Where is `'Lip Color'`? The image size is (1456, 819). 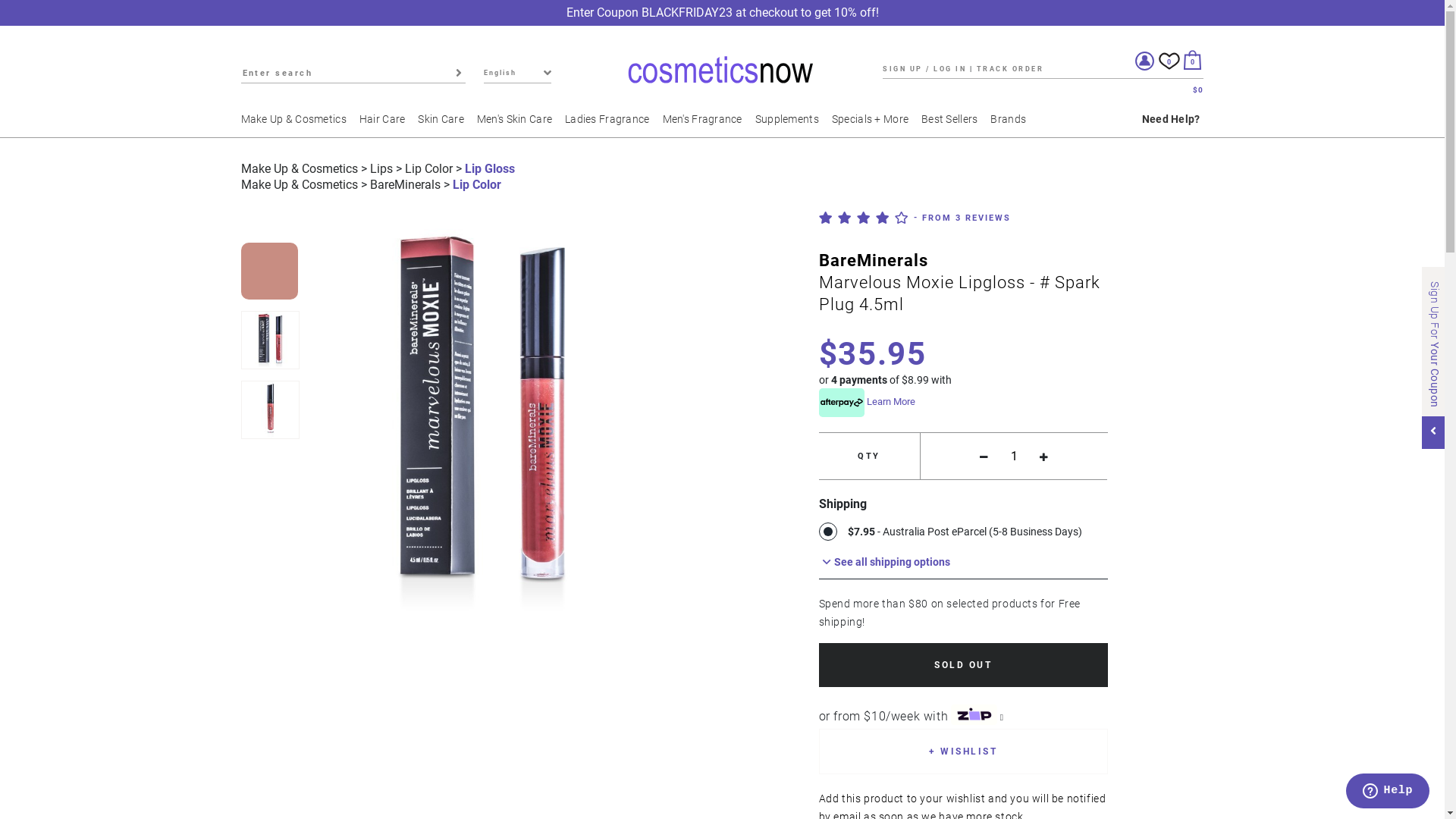 'Lip Color' is located at coordinates (475, 184).